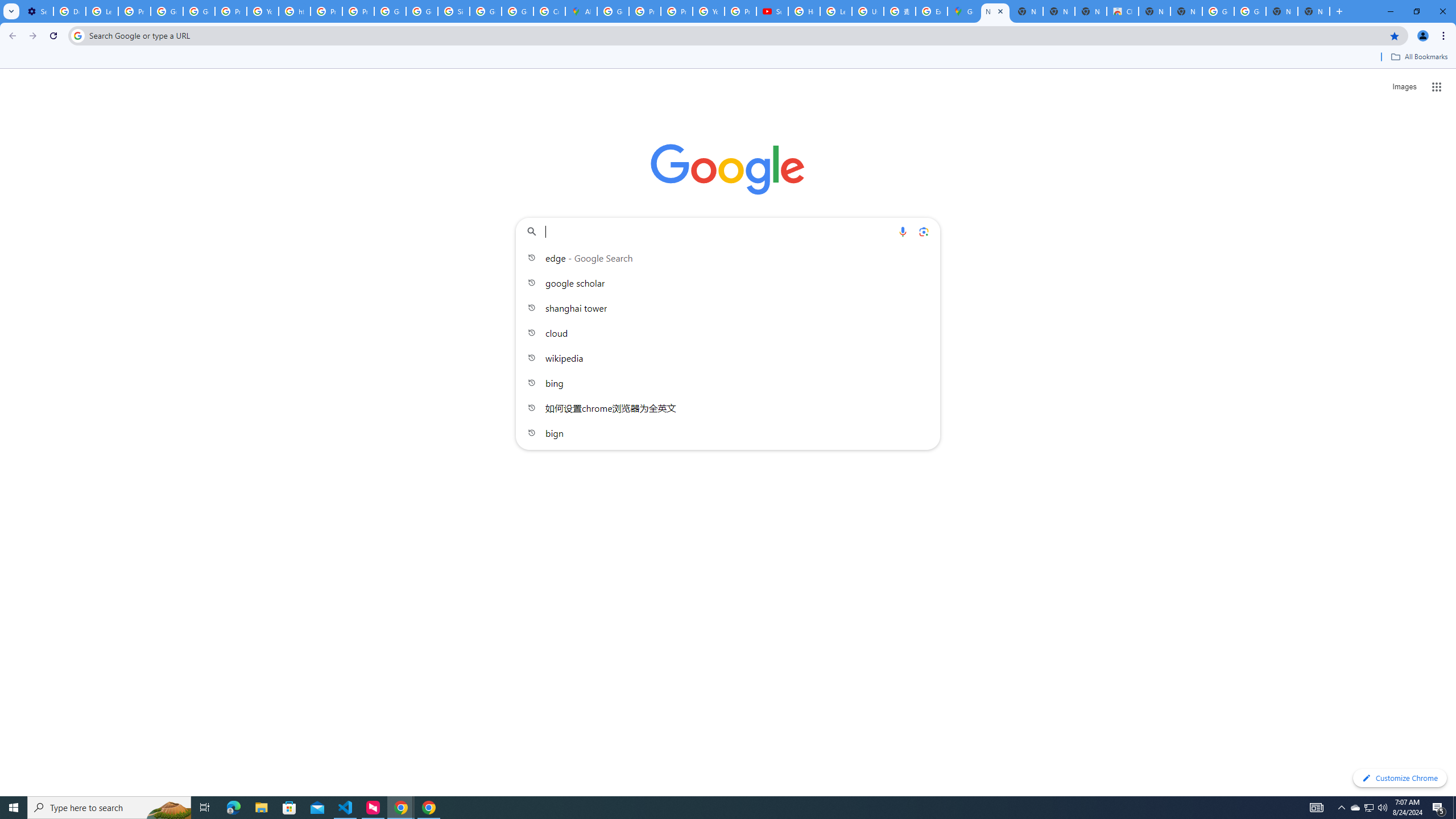  I want to click on 'Google Account Help', so click(198, 11).